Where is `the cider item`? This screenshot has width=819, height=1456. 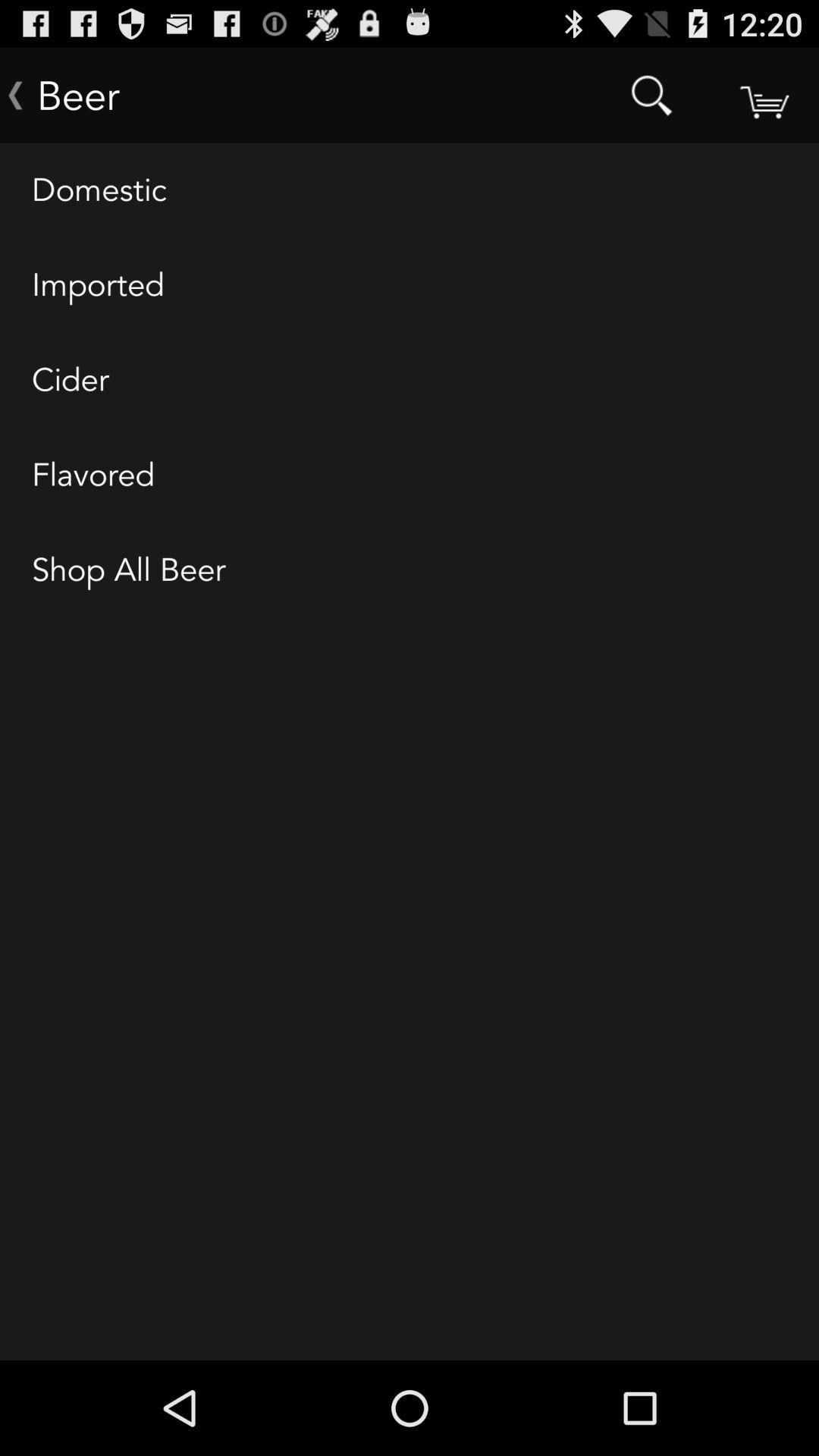 the cider item is located at coordinates (409, 381).